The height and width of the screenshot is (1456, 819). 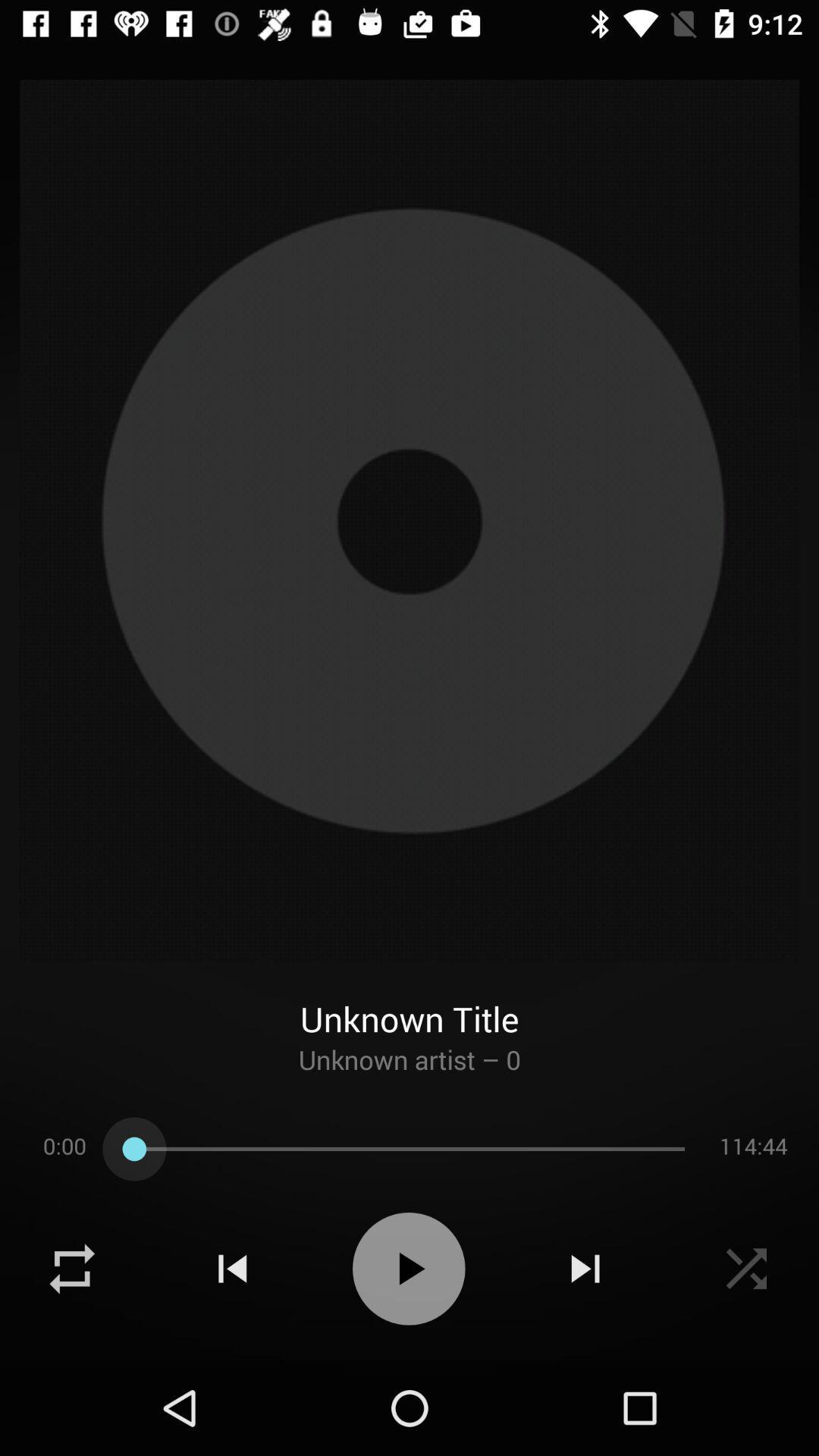 I want to click on switch autoplay option, so click(x=408, y=1269).